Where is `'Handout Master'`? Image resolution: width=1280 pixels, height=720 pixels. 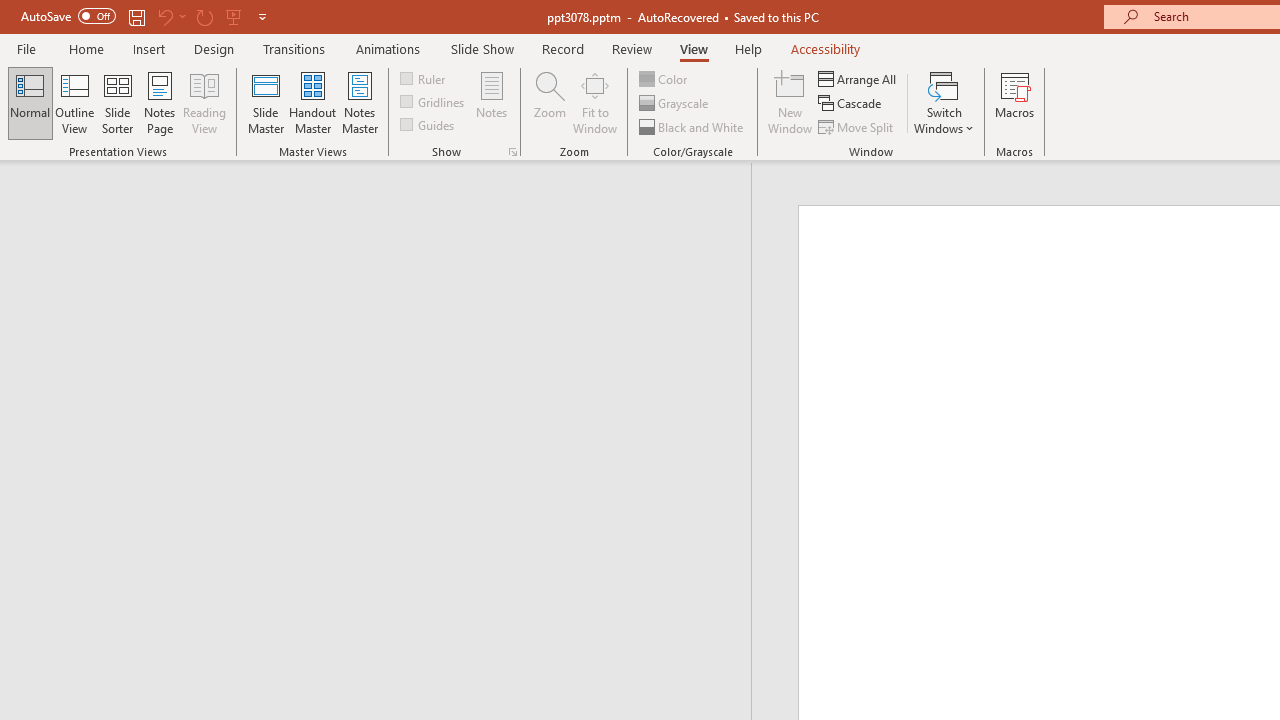 'Handout Master' is located at coordinates (311, 103).